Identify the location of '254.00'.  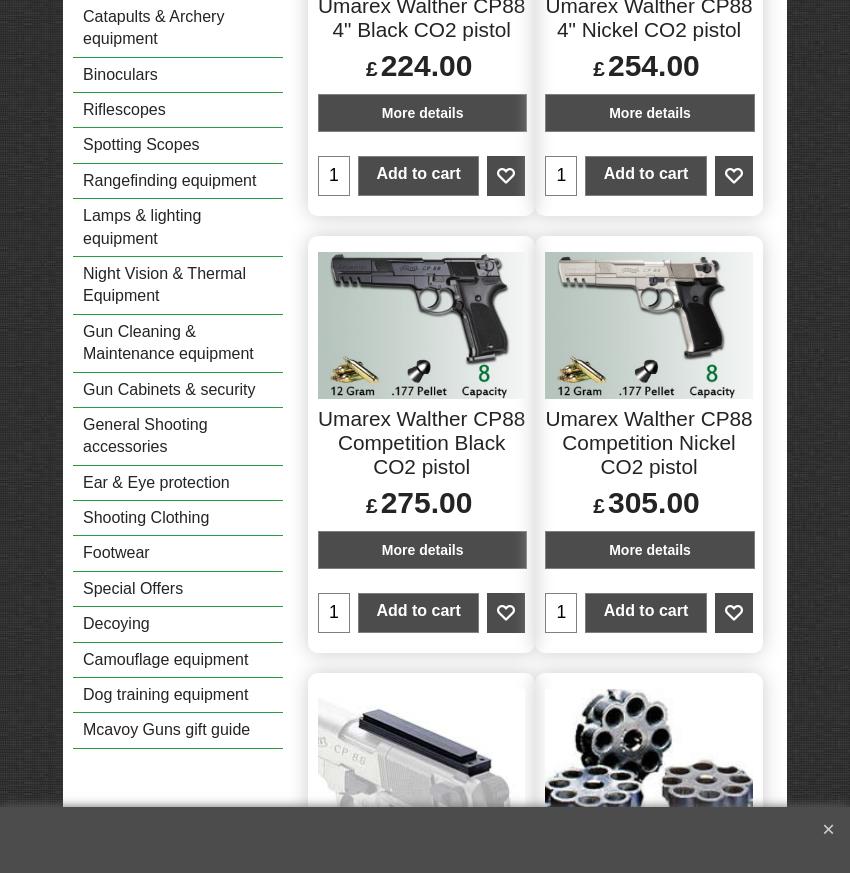
(653, 63).